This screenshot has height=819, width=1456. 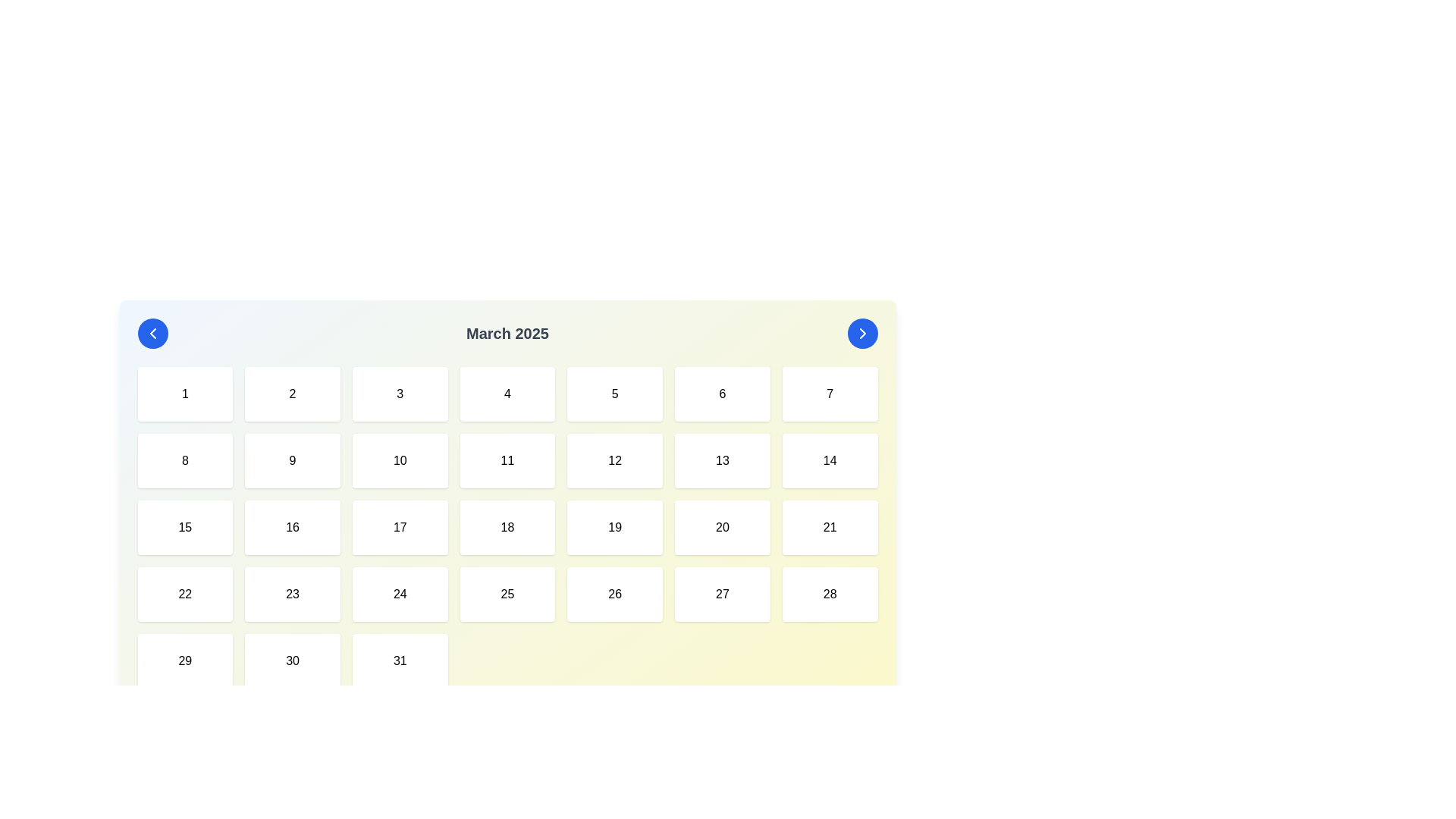 I want to click on the text label indicating the currently displayed month and year in the calendar interface, located centrally in the header section between navigation buttons, so click(x=507, y=332).